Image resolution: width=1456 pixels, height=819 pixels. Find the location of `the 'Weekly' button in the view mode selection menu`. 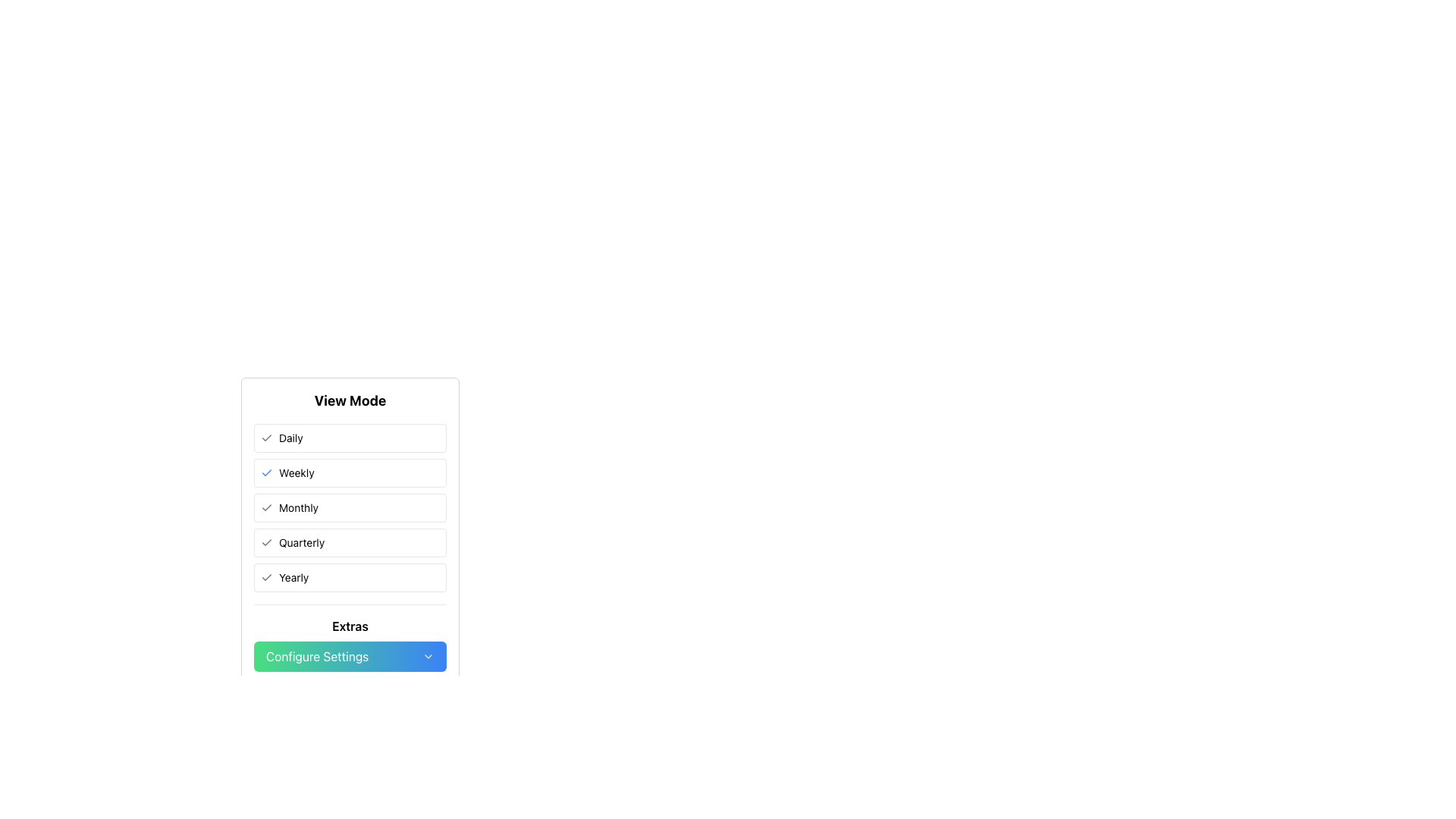

the 'Weekly' button in the view mode selection menu is located at coordinates (349, 472).